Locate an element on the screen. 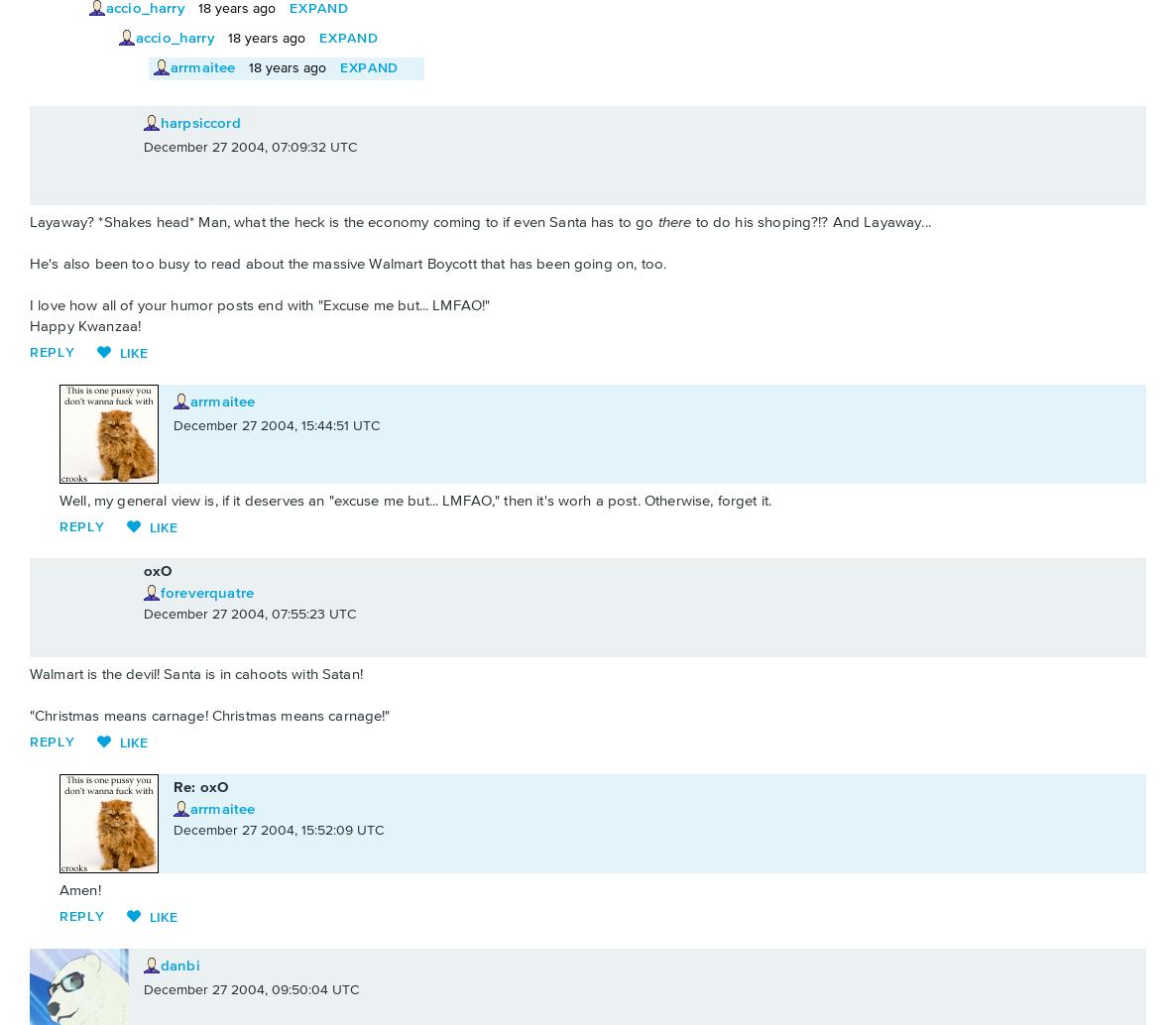  'December 27 2004, 09:50:04 UTC' is located at coordinates (250, 988).